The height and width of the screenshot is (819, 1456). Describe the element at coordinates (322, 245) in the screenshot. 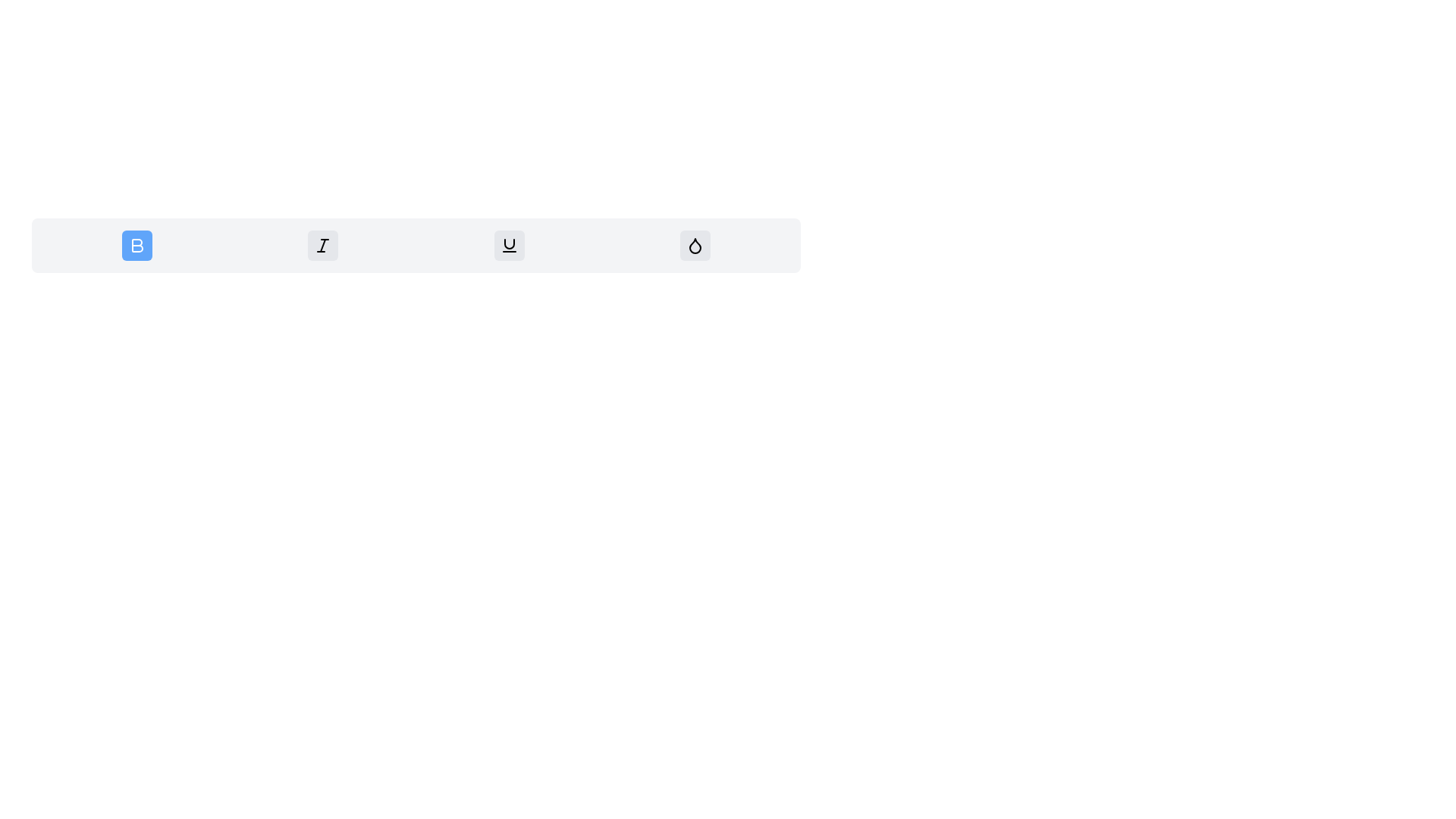

I see `the Icon Detail element represented by an oblique line within the 'Italic' button icon in the toolbar` at that location.